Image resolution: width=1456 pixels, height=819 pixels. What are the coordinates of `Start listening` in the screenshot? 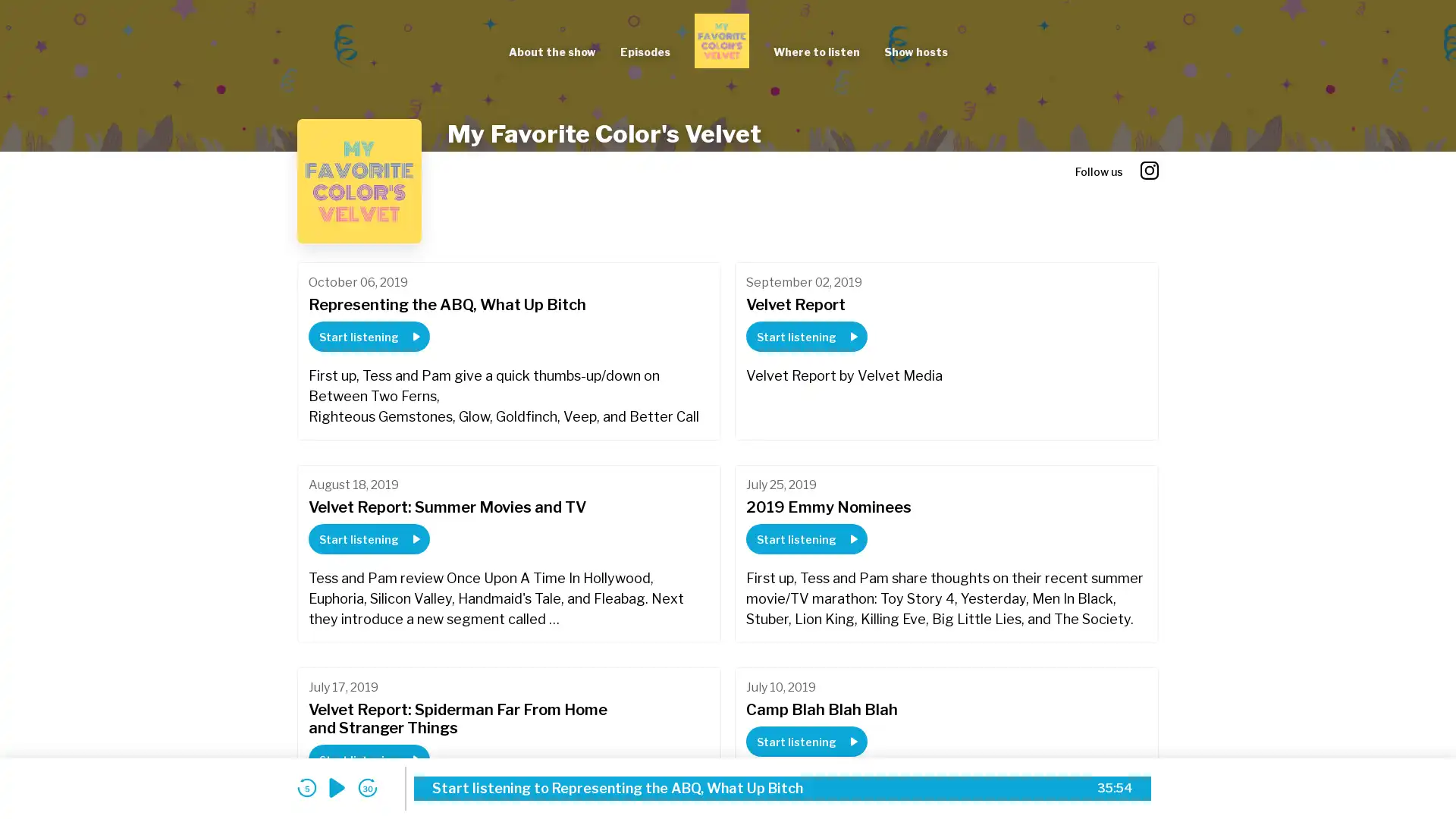 It's located at (368, 335).